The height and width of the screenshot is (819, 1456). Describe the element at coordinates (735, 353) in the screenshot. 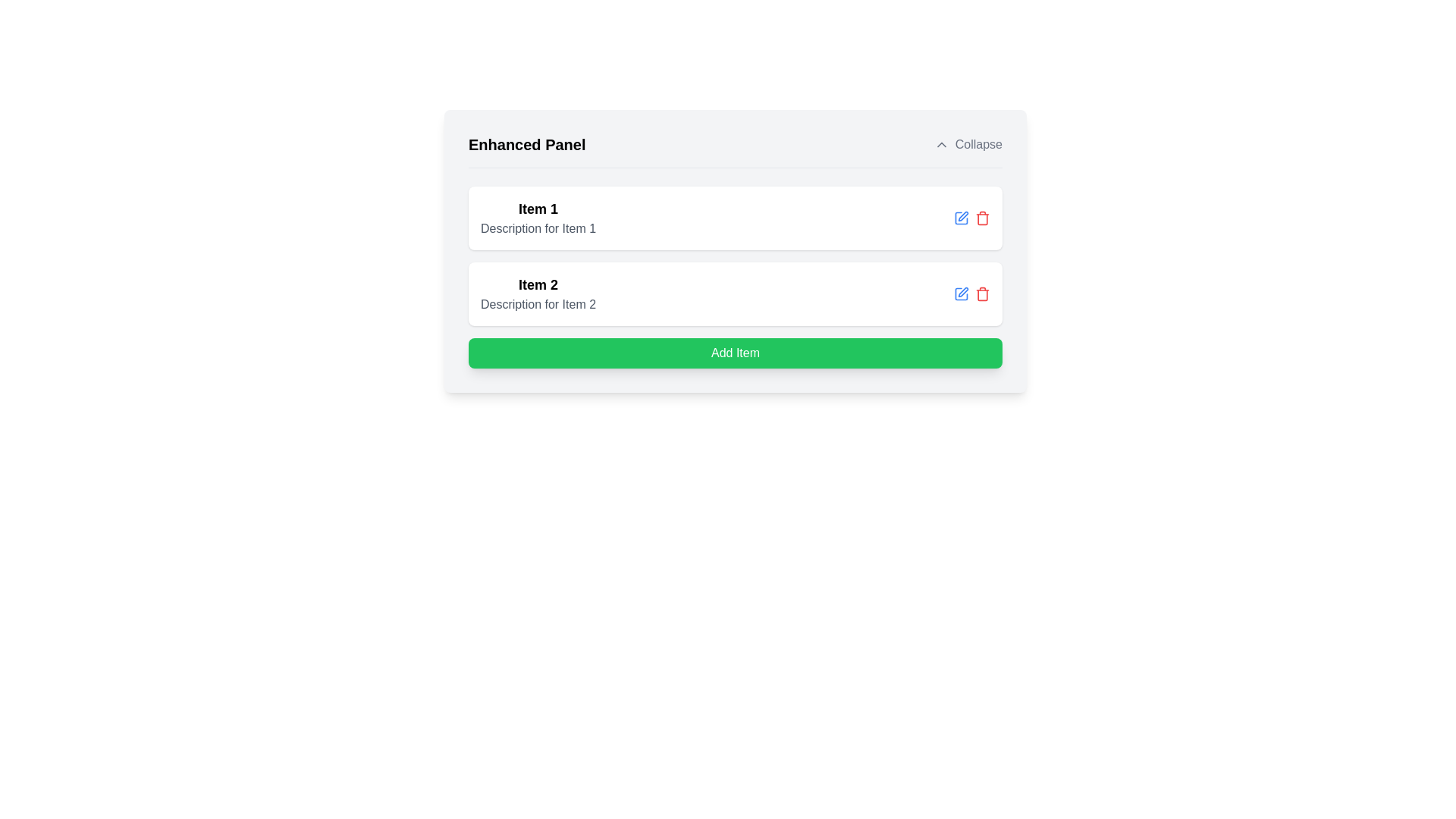

I see `the green 'Add Item' button with white text` at that location.